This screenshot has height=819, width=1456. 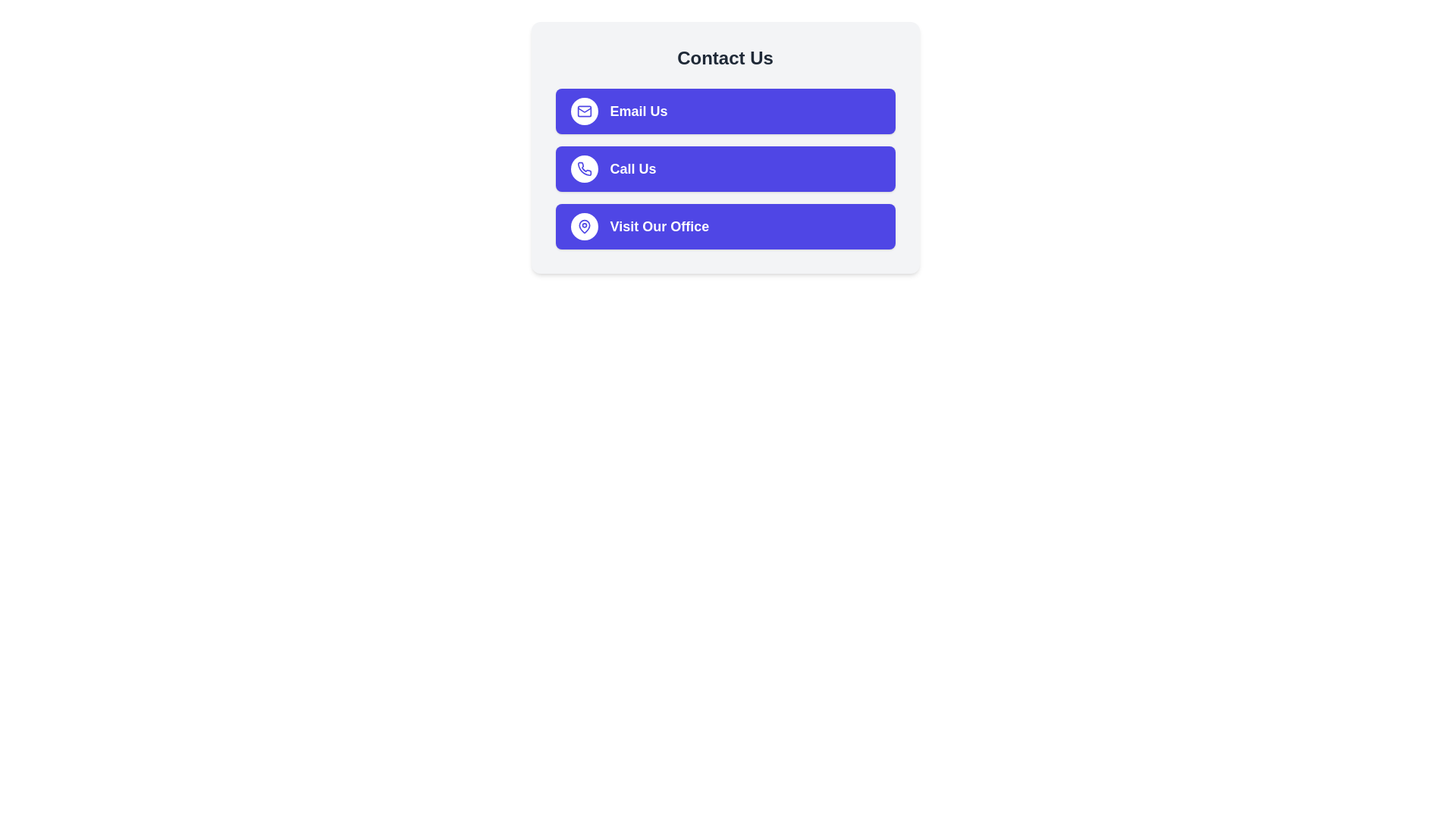 What do you see at coordinates (724, 148) in the screenshot?
I see `the purple 'Call Us' button with white text and a phone icon to initiate a call` at bounding box center [724, 148].